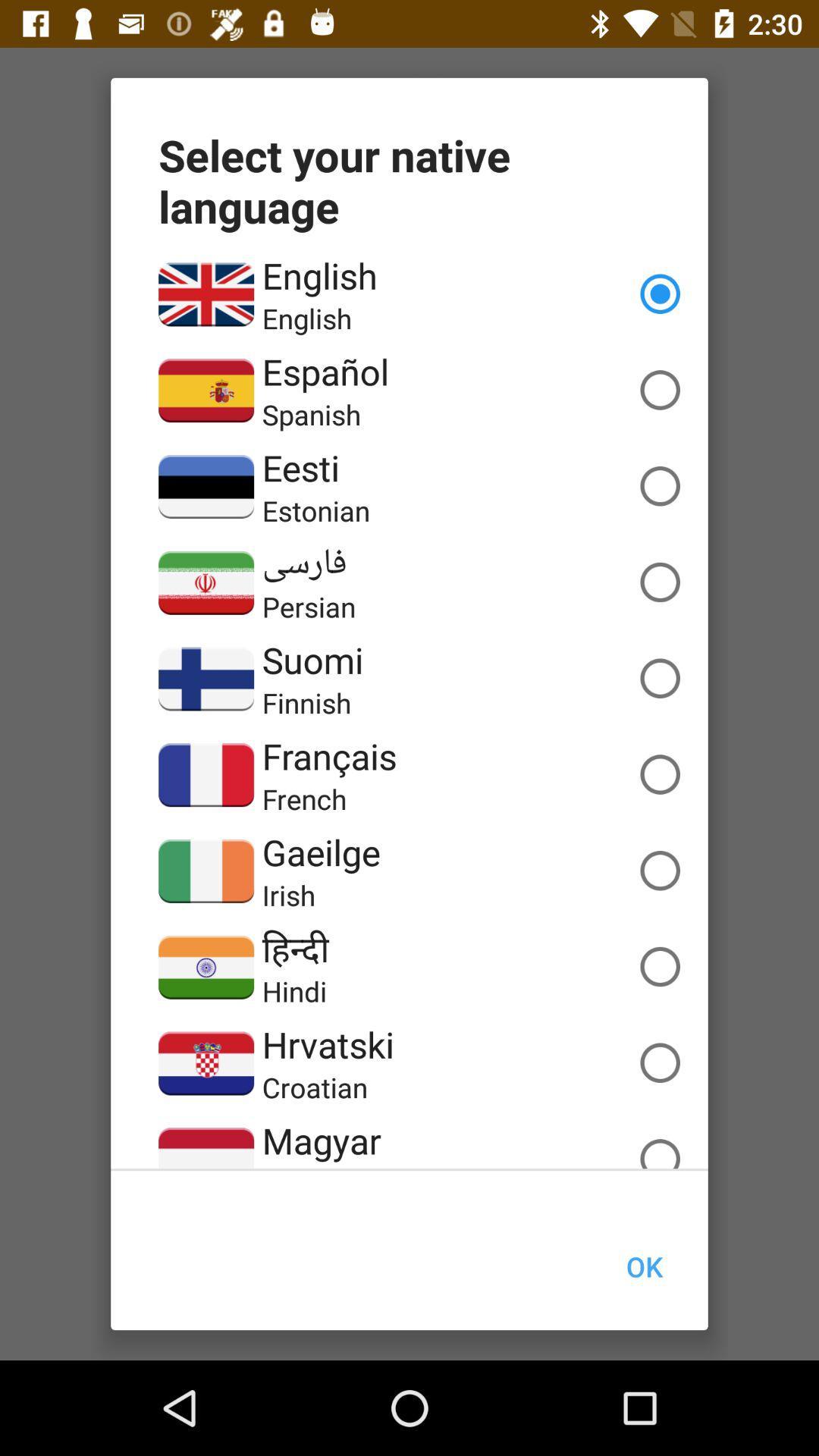 This screenshot has height=1456, width=819. I want to click on app below magyar item, so click(325, 1166).